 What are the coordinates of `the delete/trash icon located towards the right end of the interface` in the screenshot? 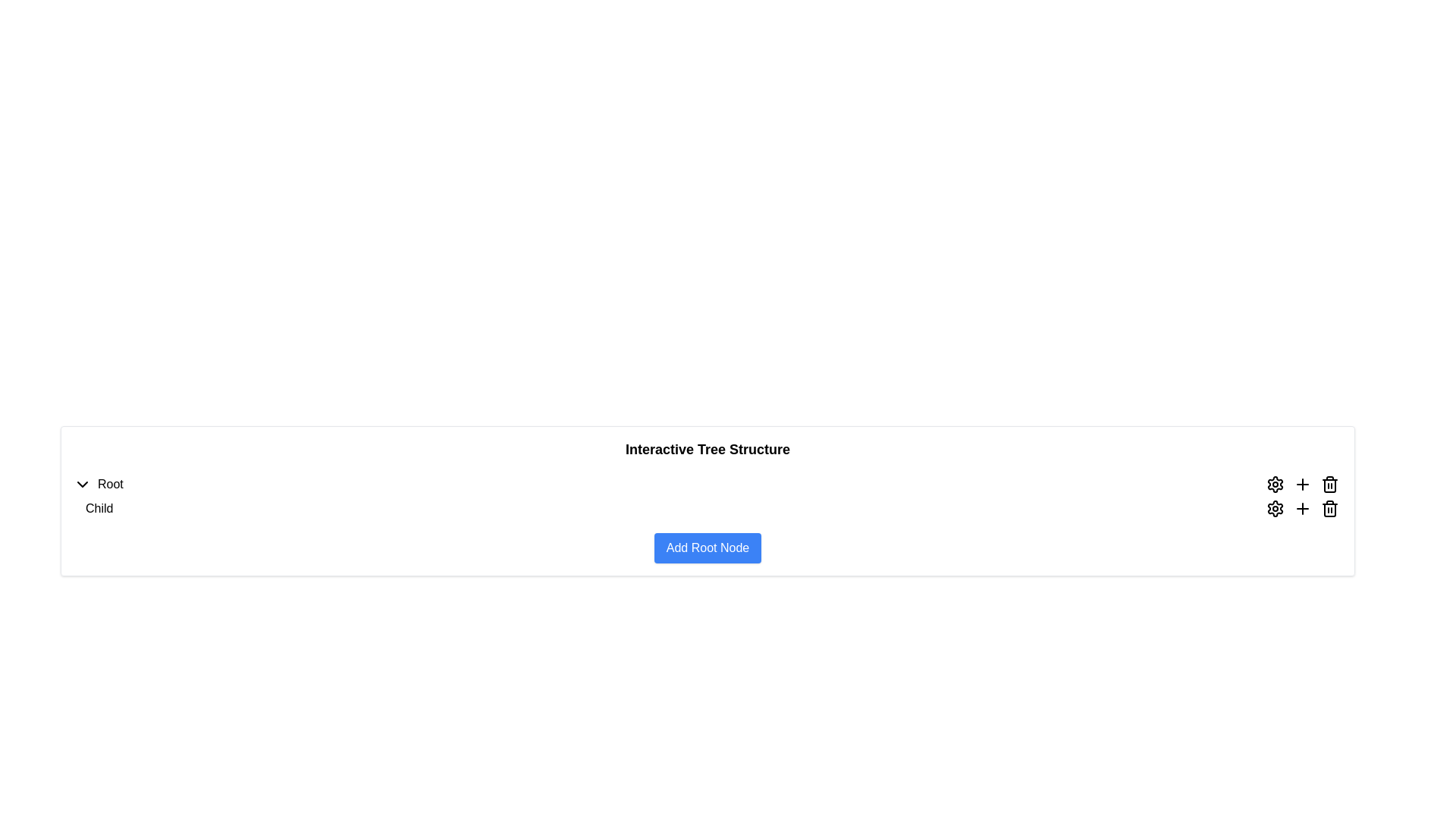 It's located at (1329, 485).